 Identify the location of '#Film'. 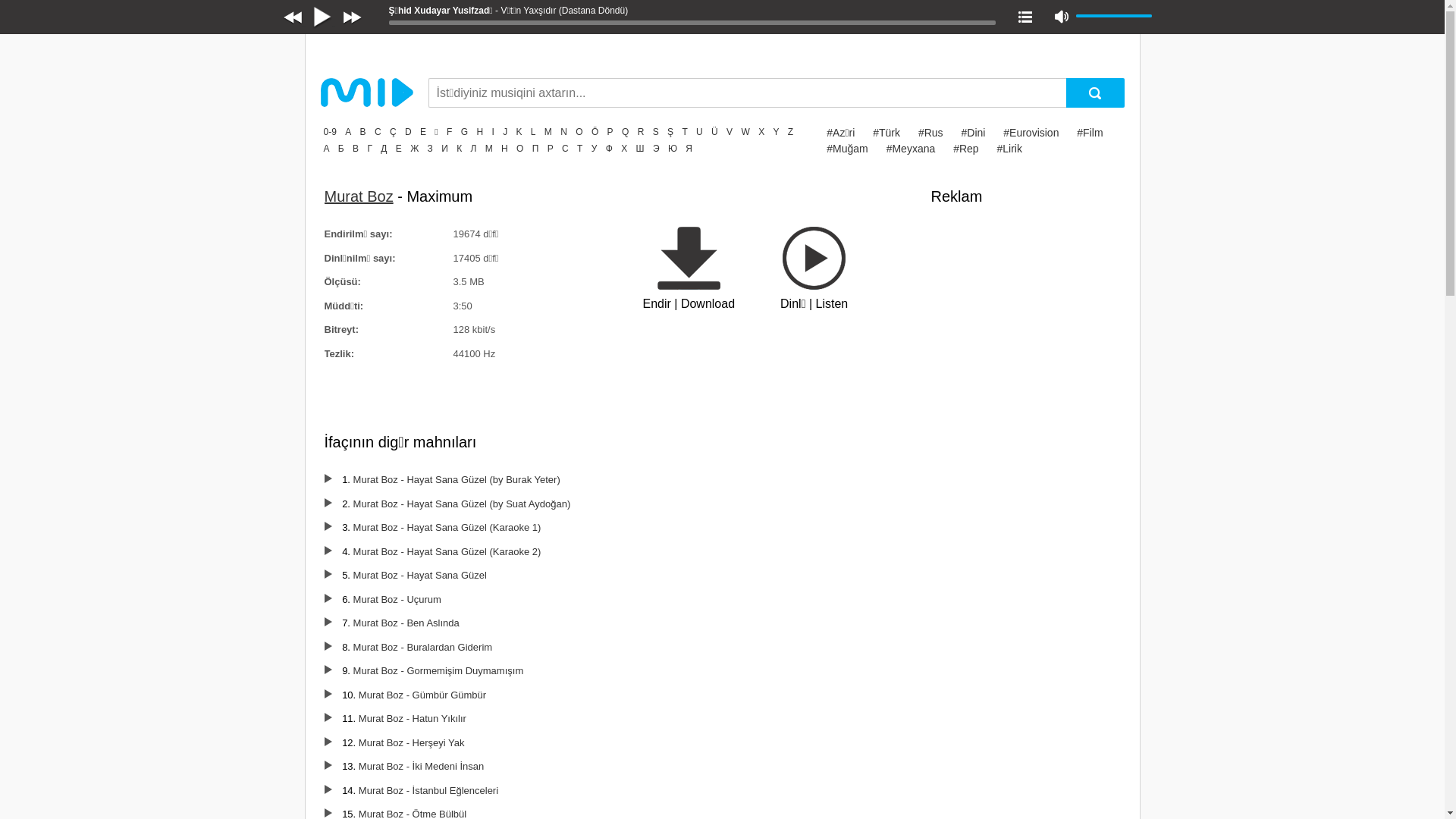
(1088, 131).